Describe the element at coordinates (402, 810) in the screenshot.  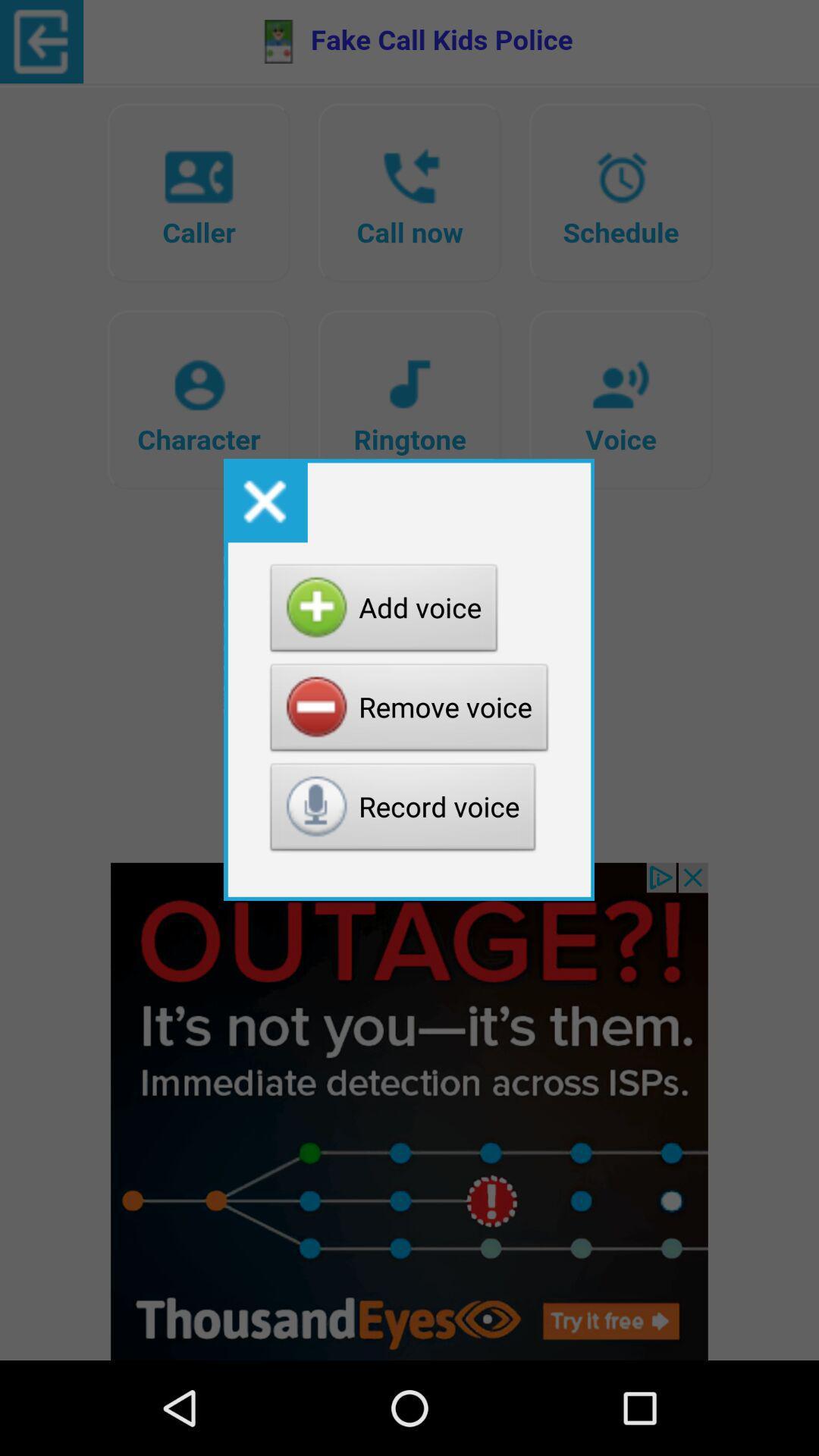
I see `the item below remove voice button` at that location.